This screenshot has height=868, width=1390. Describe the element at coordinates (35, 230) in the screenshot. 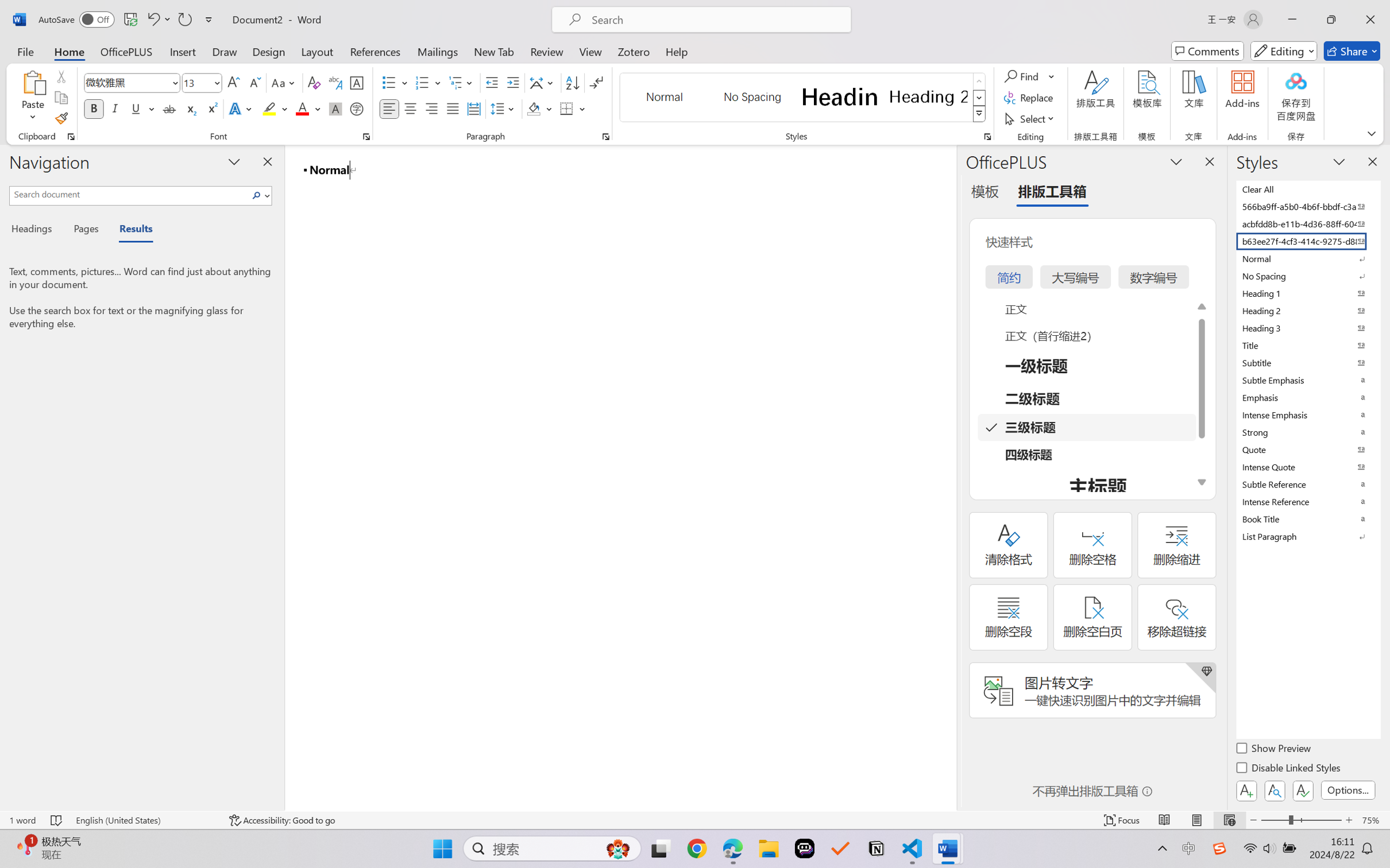

I see `'Headings'` at that location.